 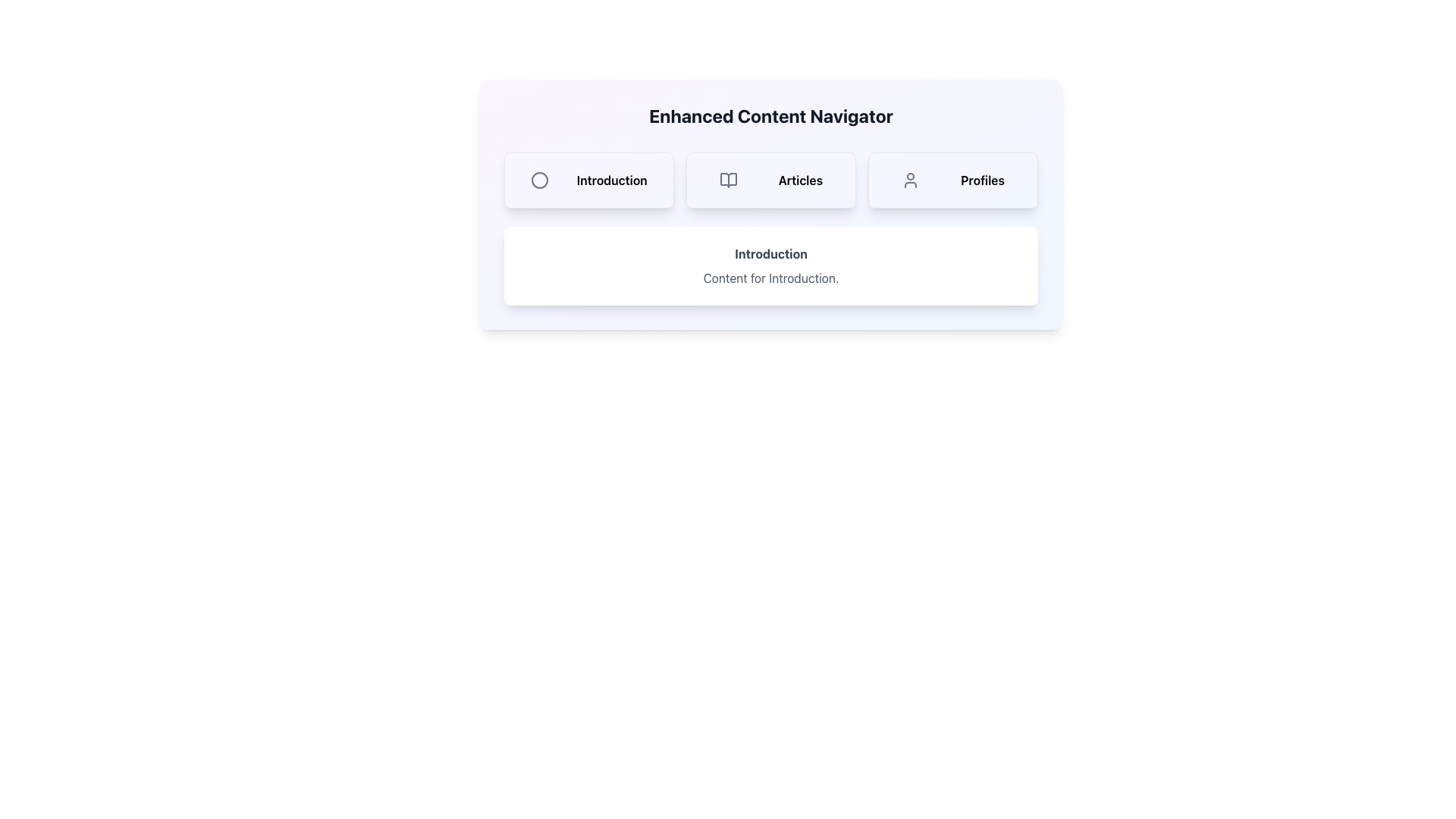 What do you see at coordinates (612, 180) in the screenshot?
I see `the text label displaying 'Introduction' in a bold typeface within the navigation bar for accessibility tools` at bounding box center [612, 180].